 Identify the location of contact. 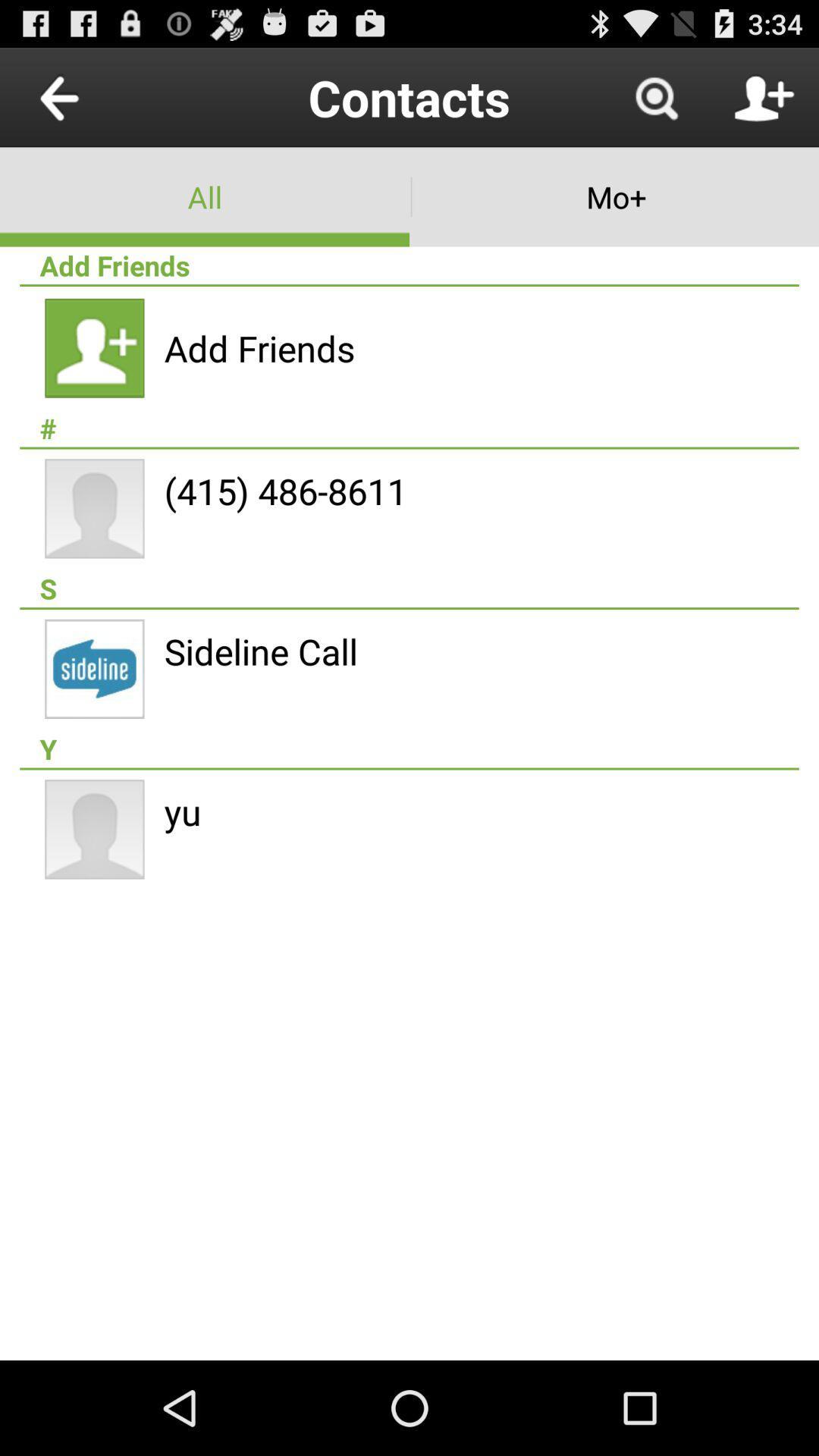
(764, 96).